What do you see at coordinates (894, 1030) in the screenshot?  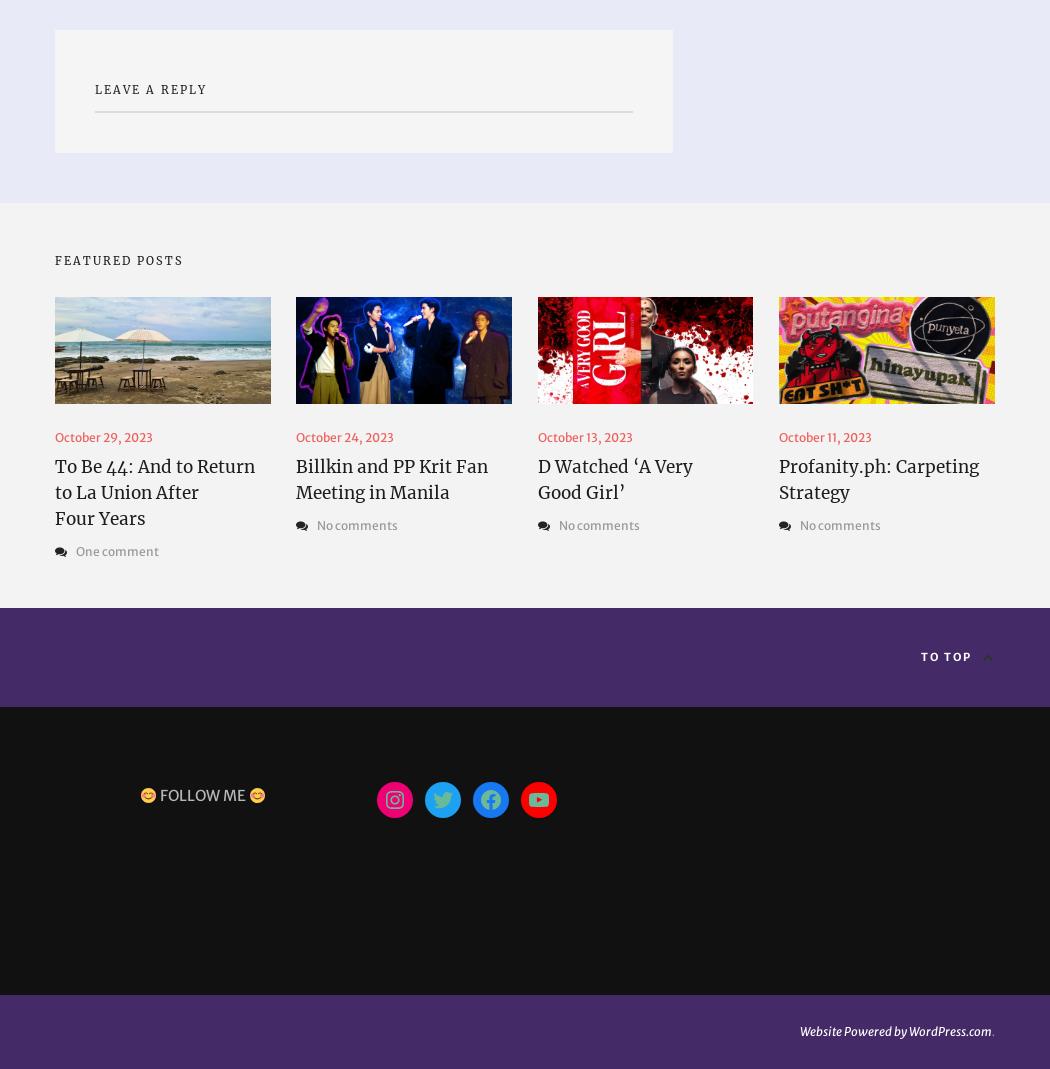 I see `'Website Powered by WordPress.com'` at bounding box center [894, 1030].